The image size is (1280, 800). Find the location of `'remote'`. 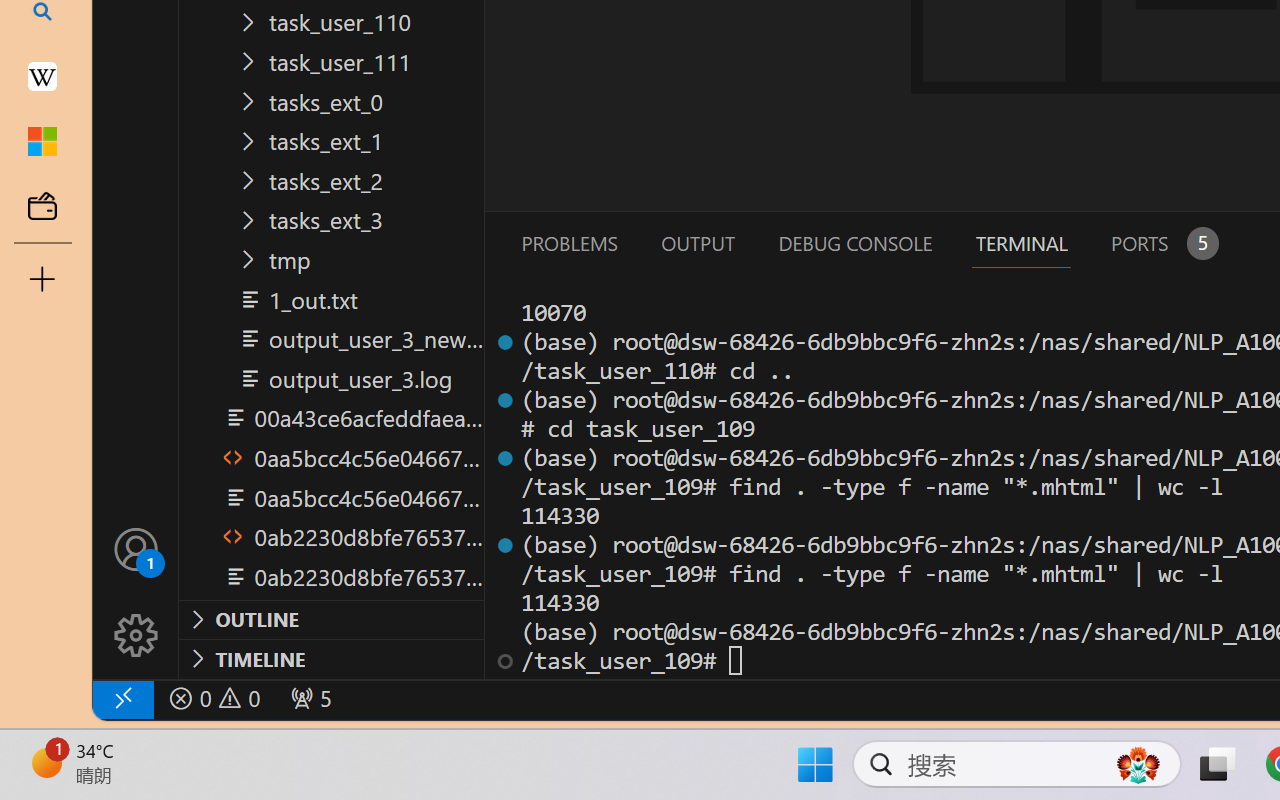

'remote' is located at coordinates (121, 698).